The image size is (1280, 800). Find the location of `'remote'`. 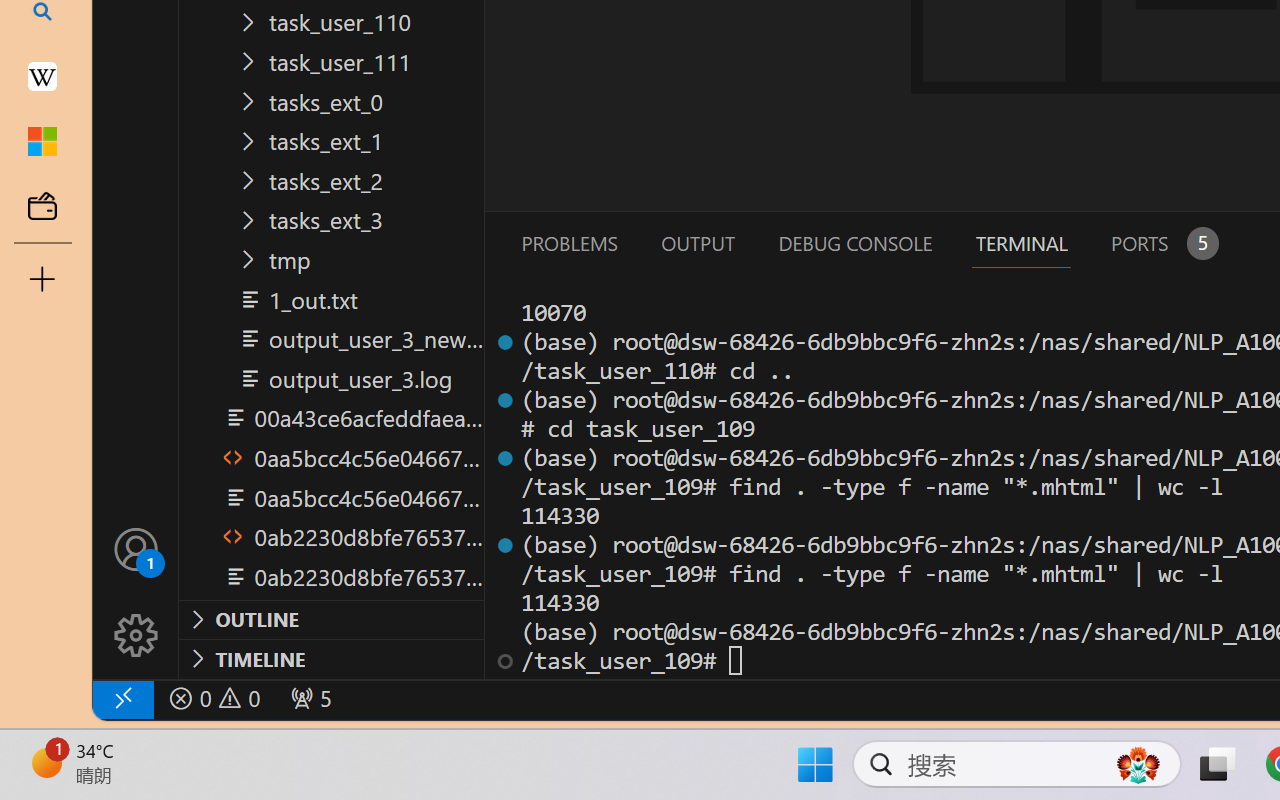

'remote' is located at coordinates (121, 698).